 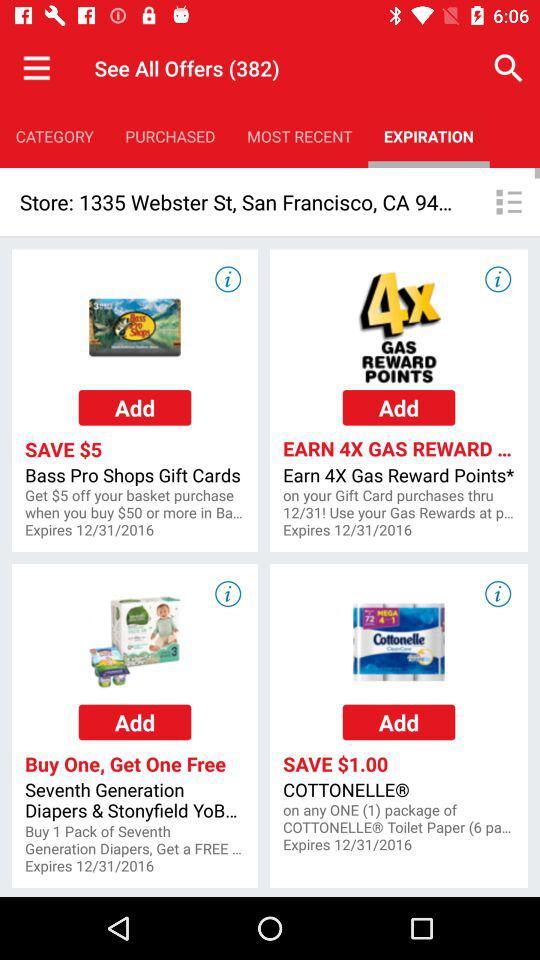 I want to click on the first information icon from top, so click(x=226, y=277).